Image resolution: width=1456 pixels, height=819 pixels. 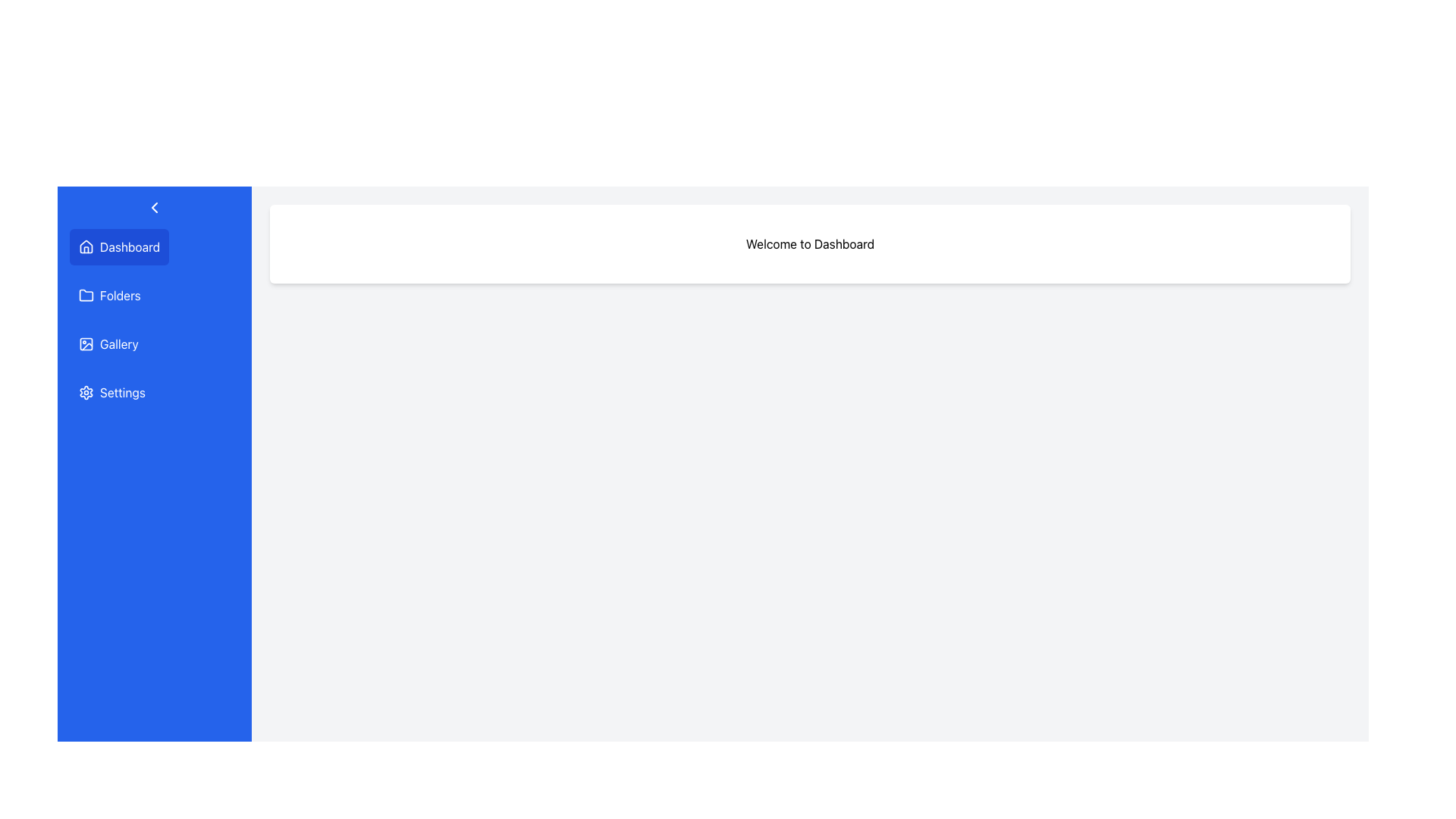 I want to click on the blue folder icon located in the vertical sidebar menu, positioned below the 'Dashboard' and above the 'Gallery', so click(x=86, y=295).